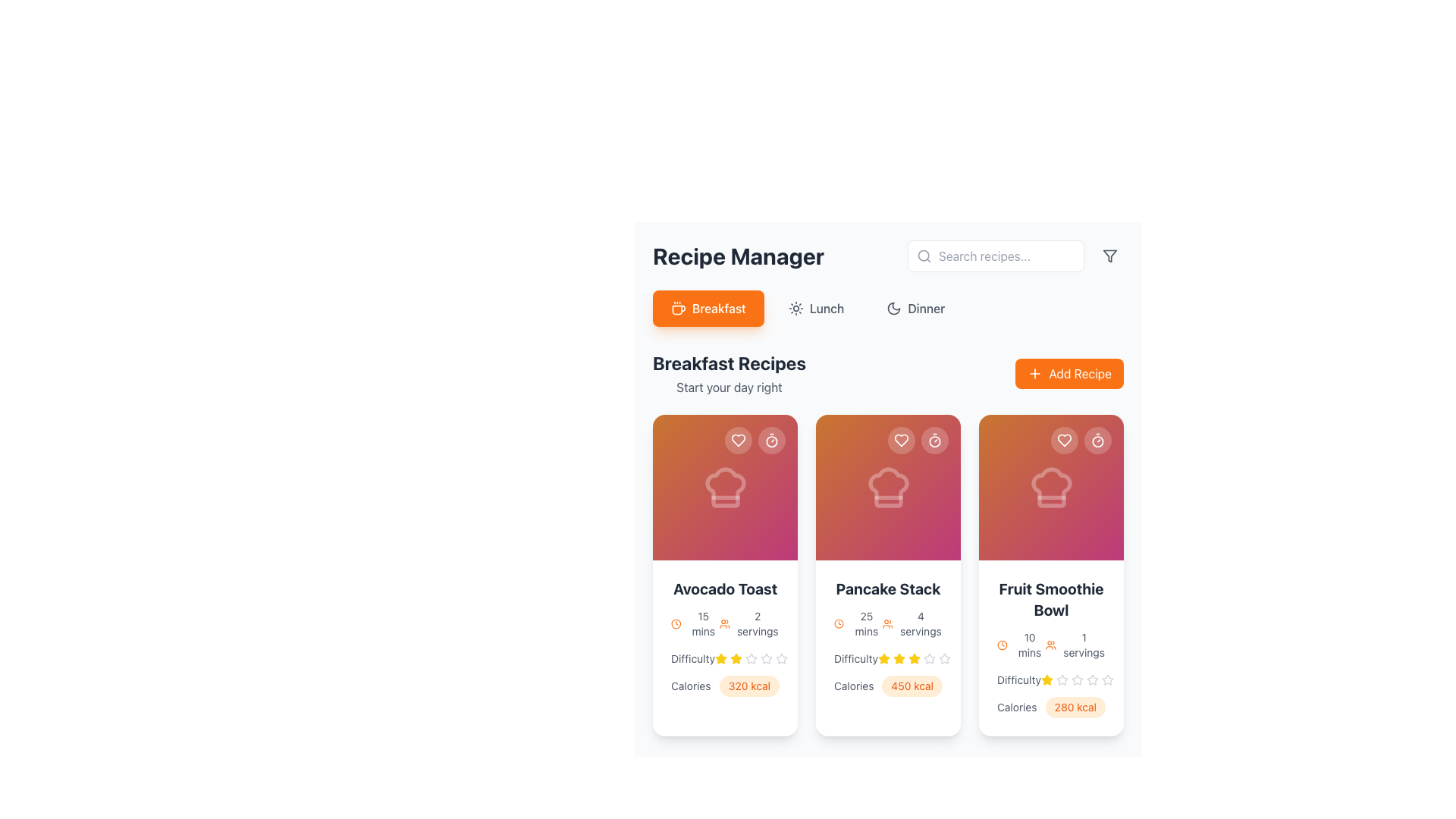 The image size is (1456, 819). What do you see at coordinates (751, 657) in the screenshot?
I see `the third rating star icon for the 'Avocado Toast' recipe card` at bounding box center [751, 657].